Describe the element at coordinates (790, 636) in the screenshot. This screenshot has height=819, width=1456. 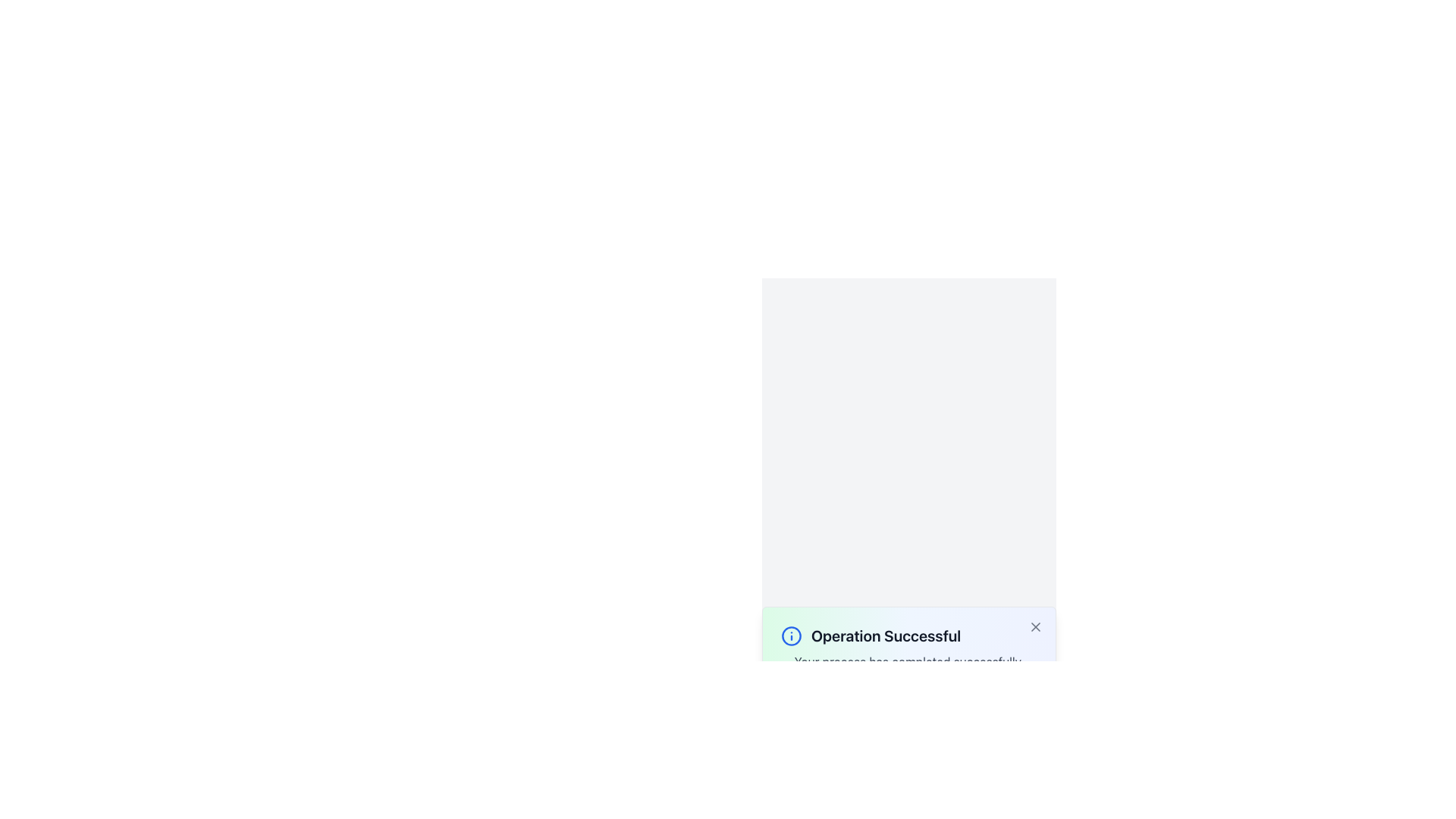
I see `the circular outline of the information icon located at the bottom-left corner of the notification box displaying 'Operation Successful'` at that location.